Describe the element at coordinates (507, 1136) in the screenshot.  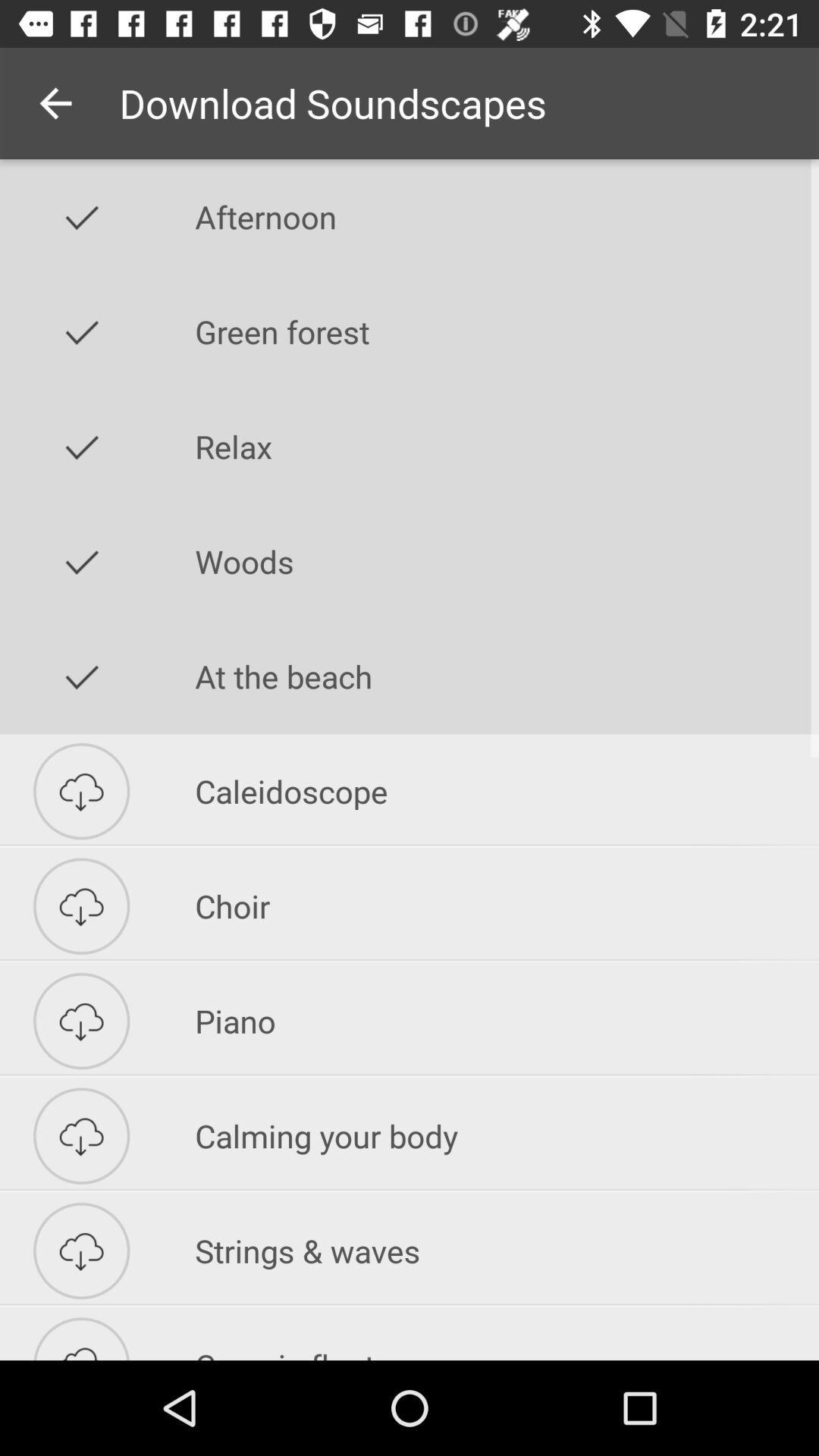
I see `the calming your body icon` at that location.